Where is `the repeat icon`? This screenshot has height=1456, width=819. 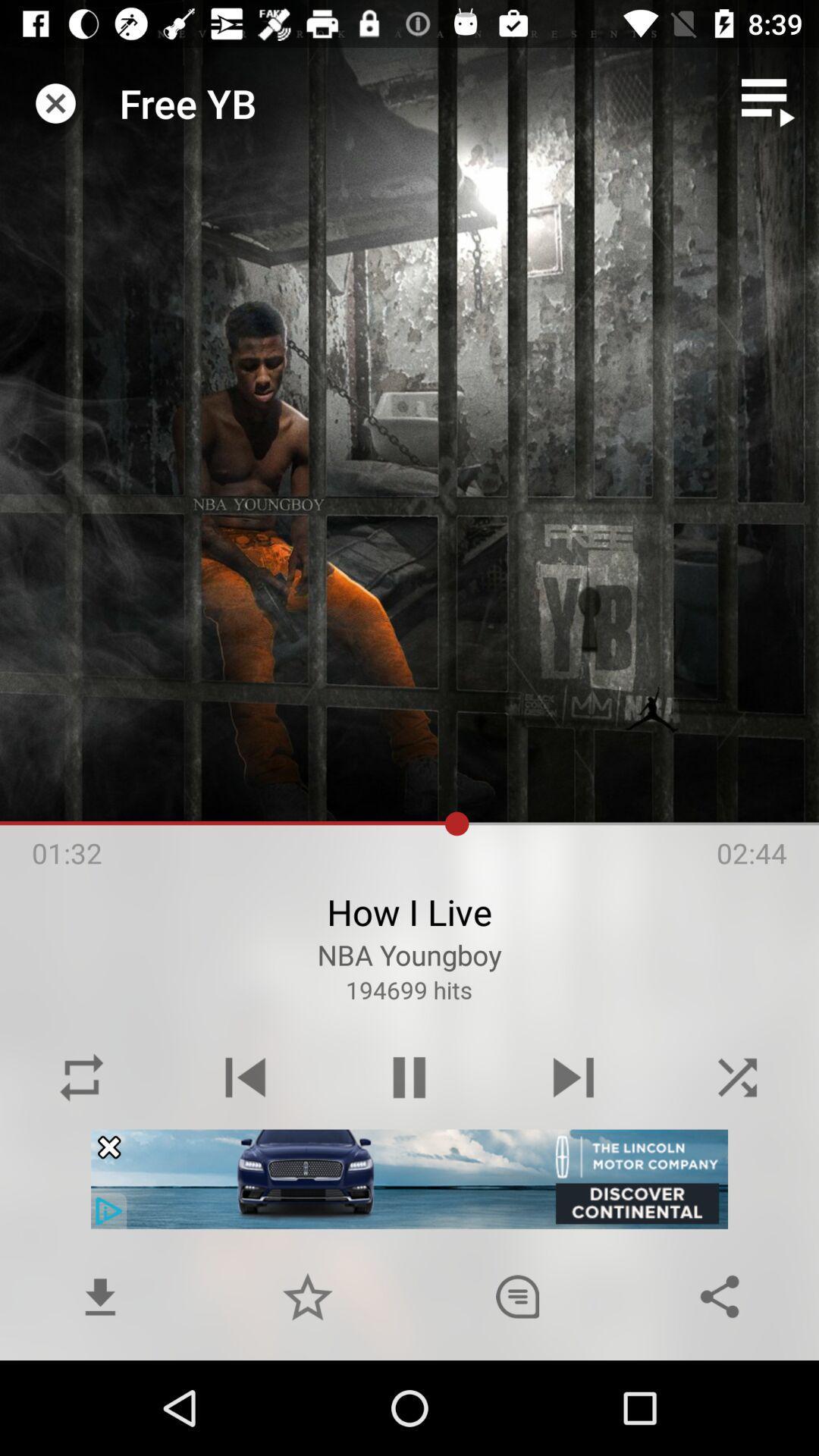 the repeat icon is located at coordinates (82, 1077).